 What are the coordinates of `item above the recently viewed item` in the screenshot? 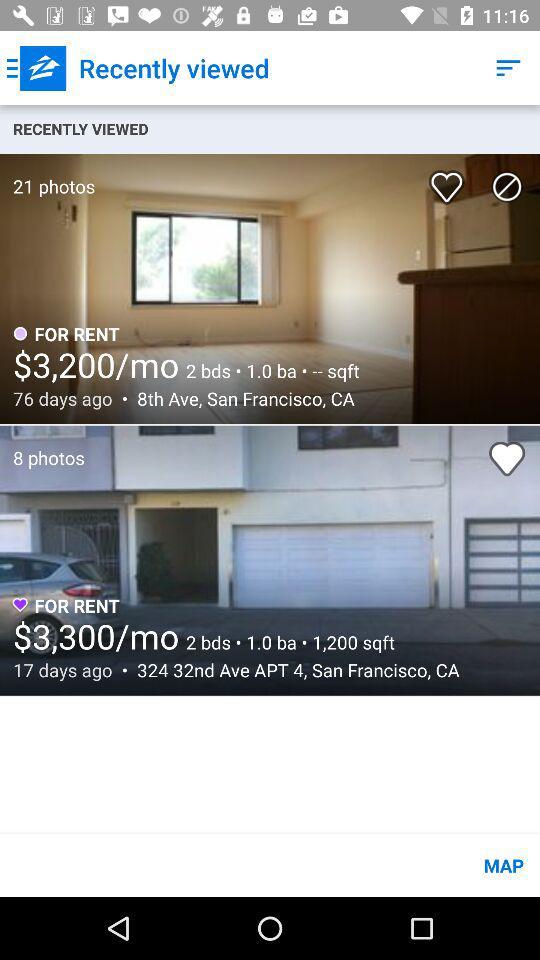 It's located at (36, 68).